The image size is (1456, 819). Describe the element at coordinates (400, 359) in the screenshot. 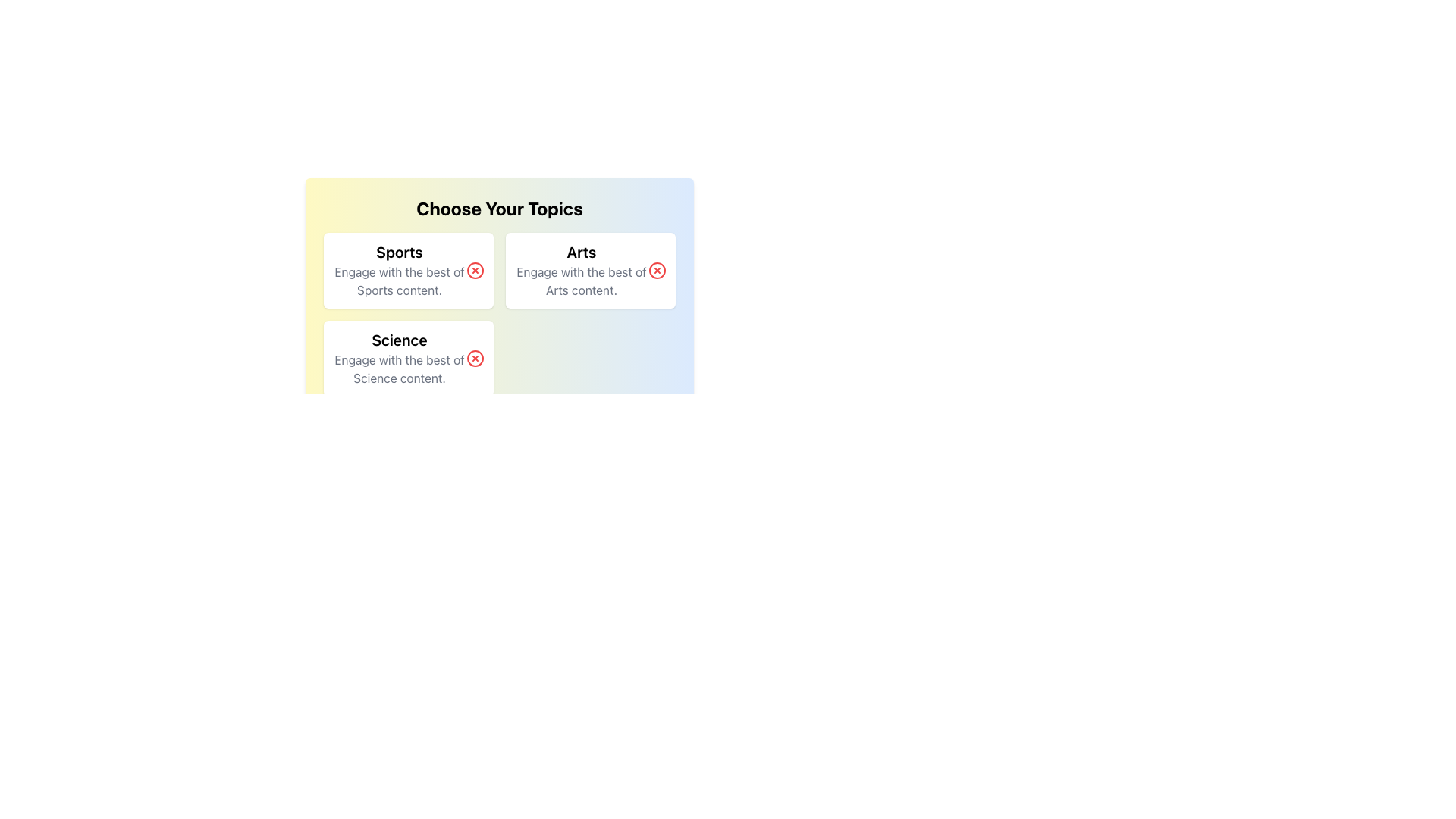

I see `the text block representing the topic 'Science' located in the bottom-left corner of the card UI component` at that location.